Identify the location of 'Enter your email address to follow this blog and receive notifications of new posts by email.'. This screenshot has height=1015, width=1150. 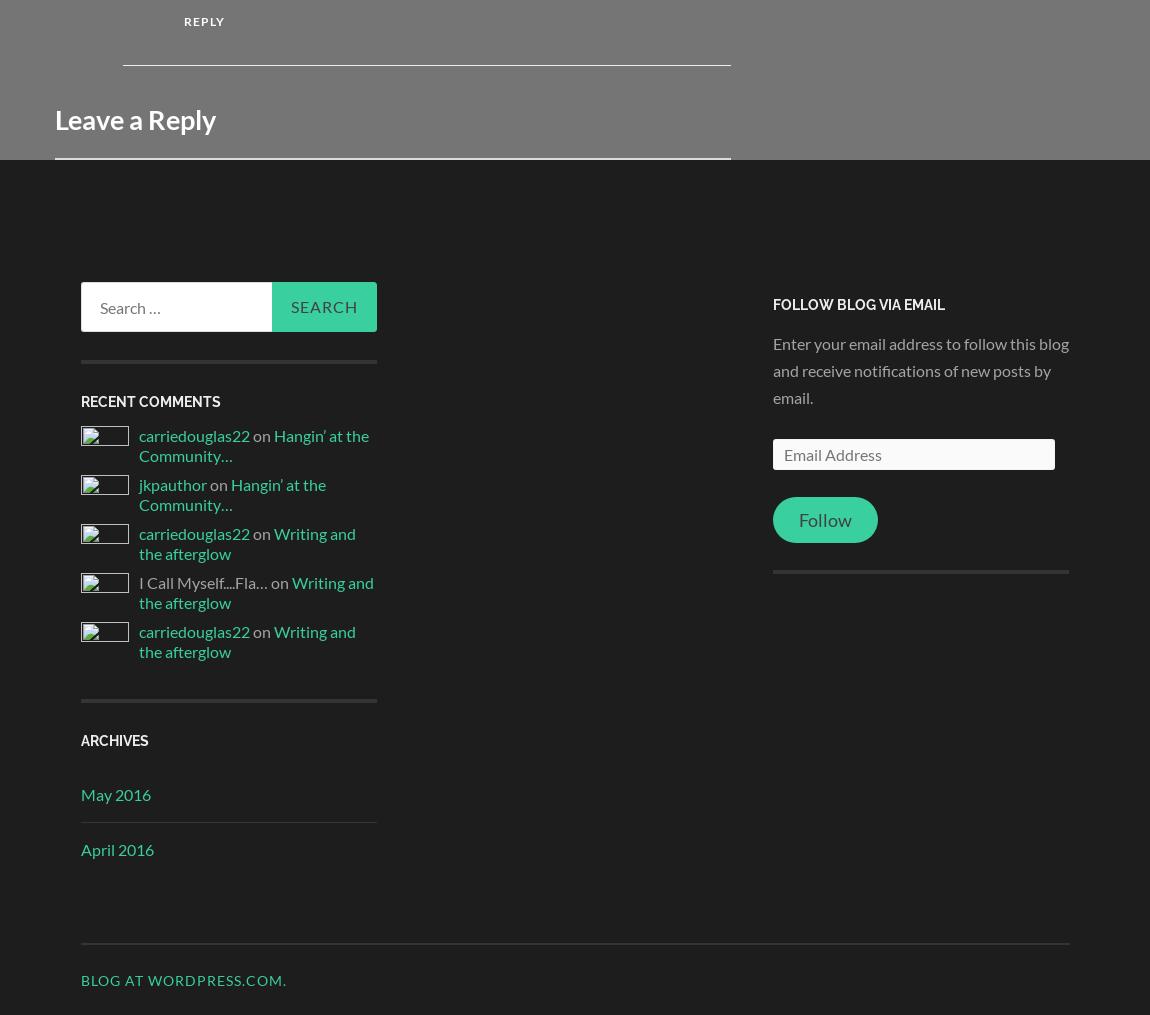
(920, 369).